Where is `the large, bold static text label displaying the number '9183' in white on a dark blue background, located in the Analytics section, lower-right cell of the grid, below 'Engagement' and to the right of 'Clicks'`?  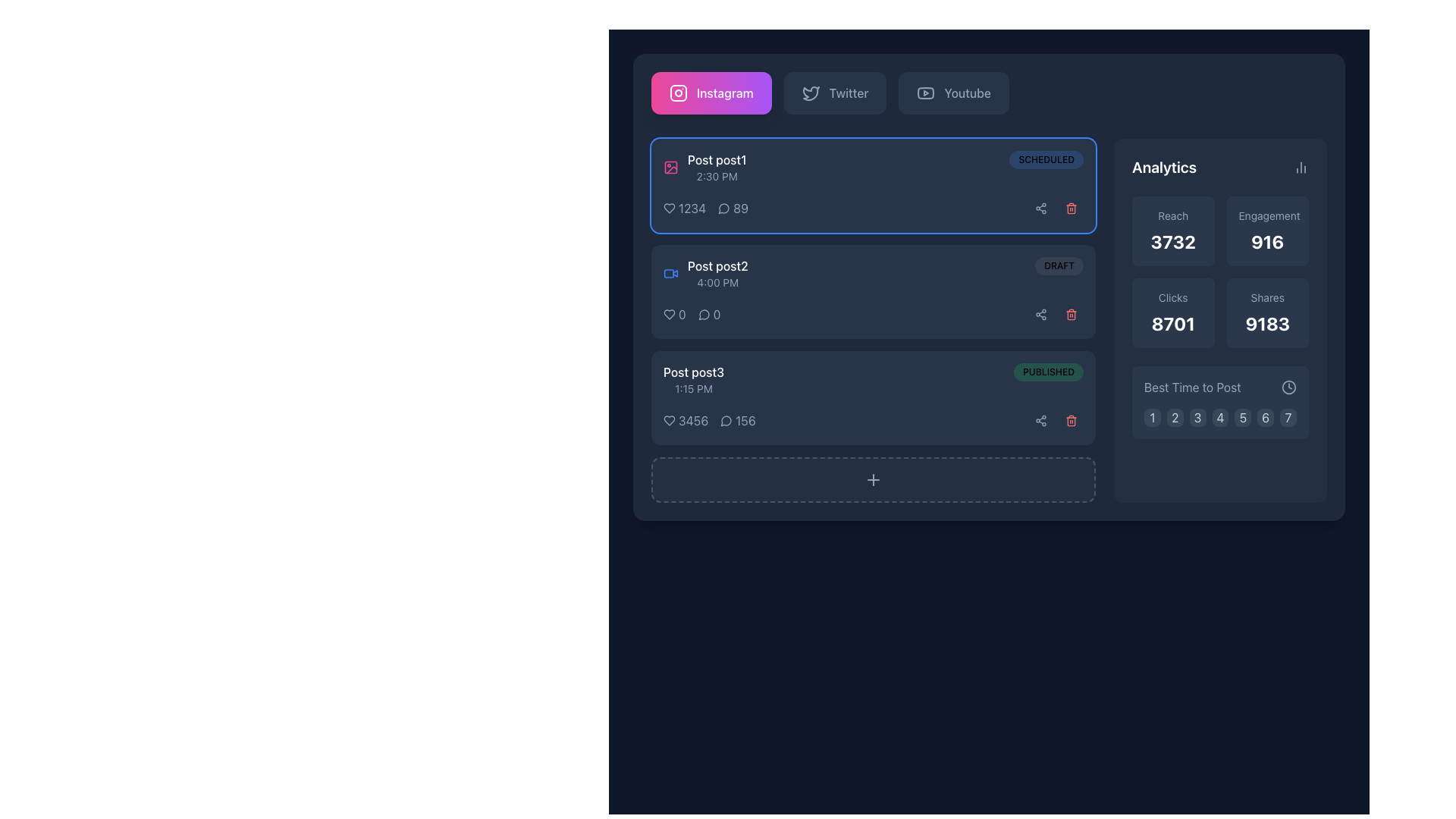 the large, bold static text label displaying the number '9183' in white on a dark blue background, located in the Analytics section, lower-right cell of the grid, below 'Engagement' and to the right of 'Clicks' is located at coordinates (1267, 323).